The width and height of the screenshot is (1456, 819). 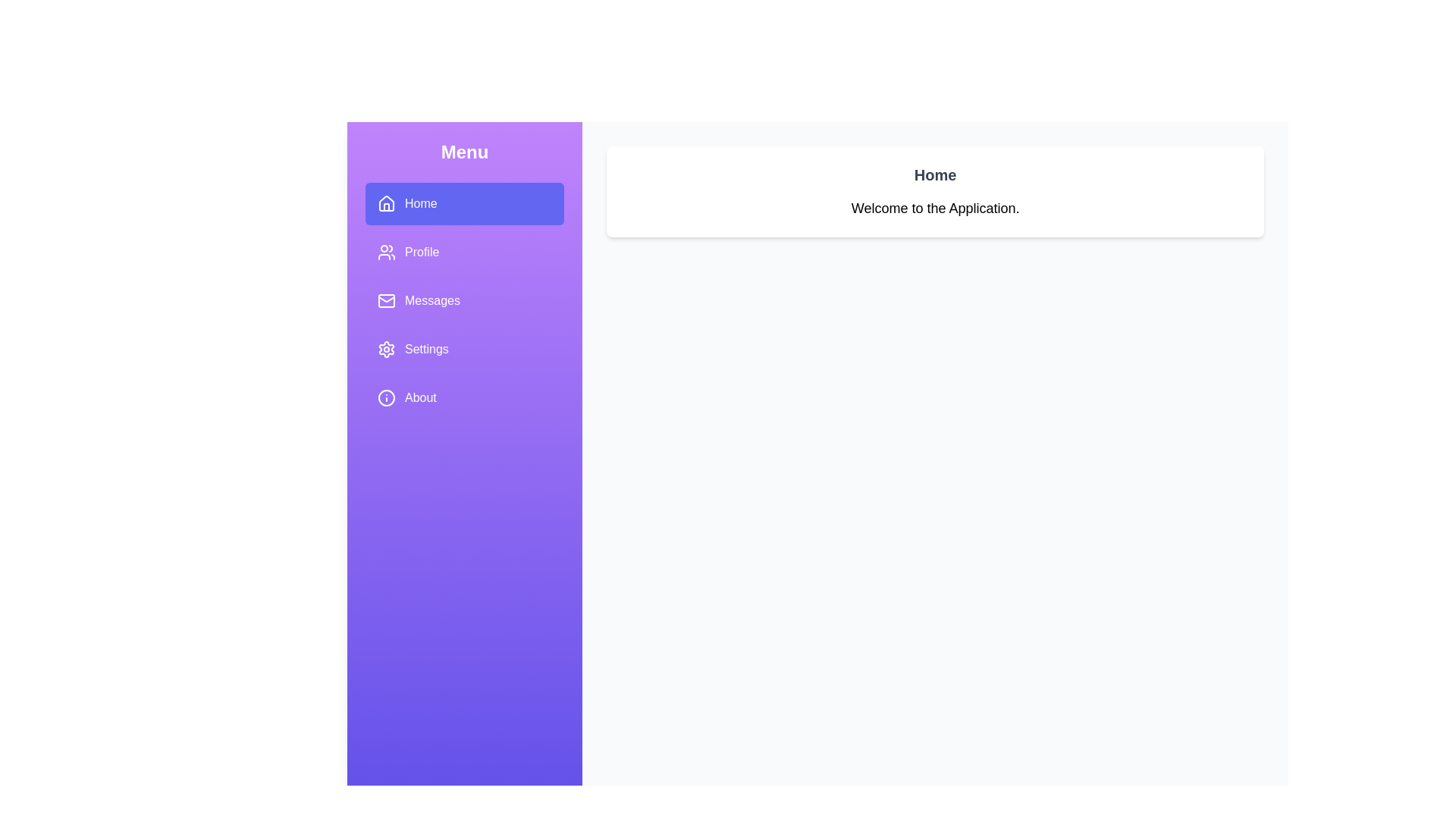 I want to click on the house-shaped SVG icon located in the left sidebar menu, specifically inside the 'Home' menu item, which is styled with a white fill and borders against a purple background, so click(x=386, y=203).